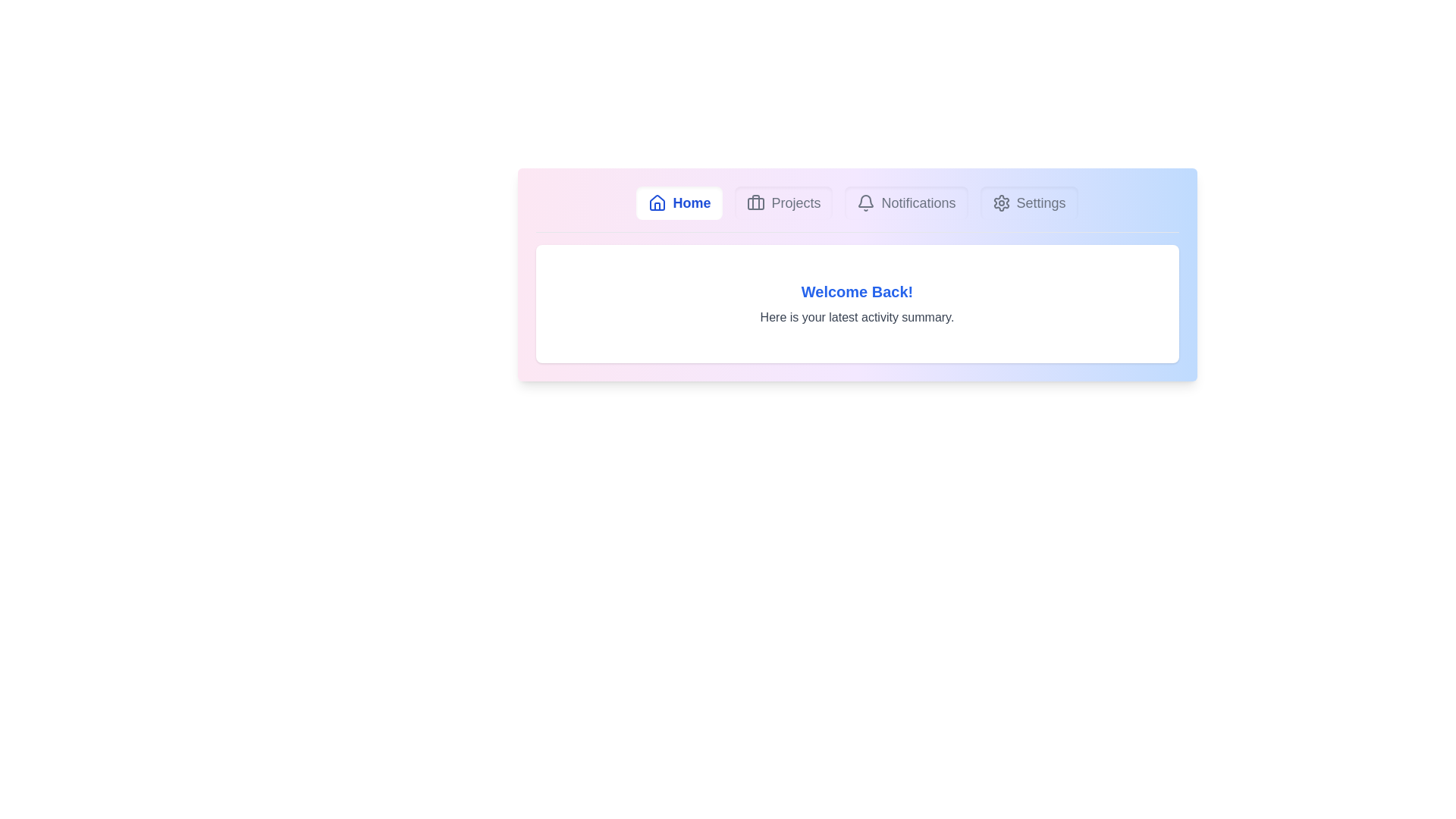 The image size is (1456, 819). I want to click on the Notifications tab to switch to its content, so click(906, 202).